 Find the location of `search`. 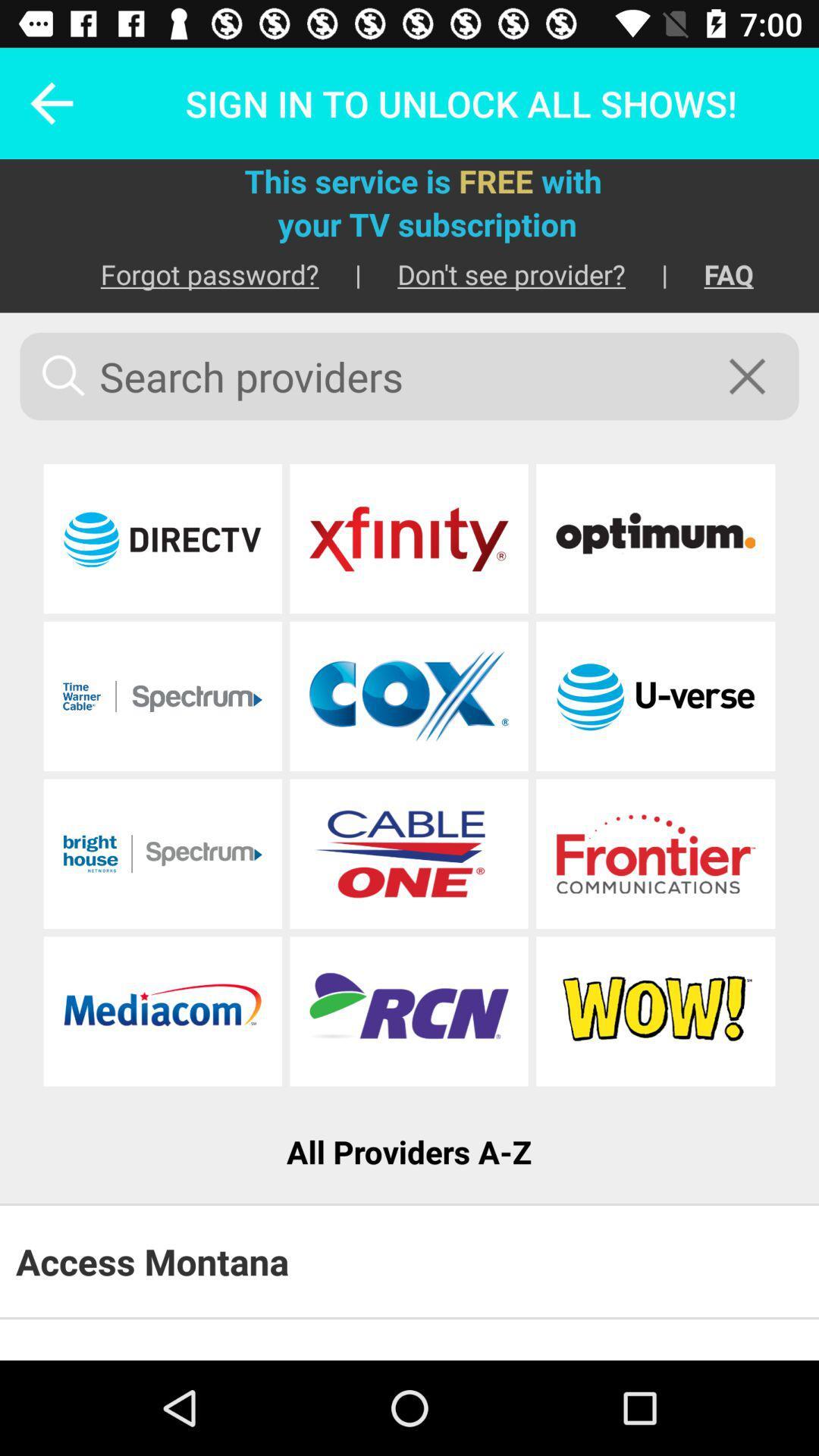

search is located at coordinates (757, 376).